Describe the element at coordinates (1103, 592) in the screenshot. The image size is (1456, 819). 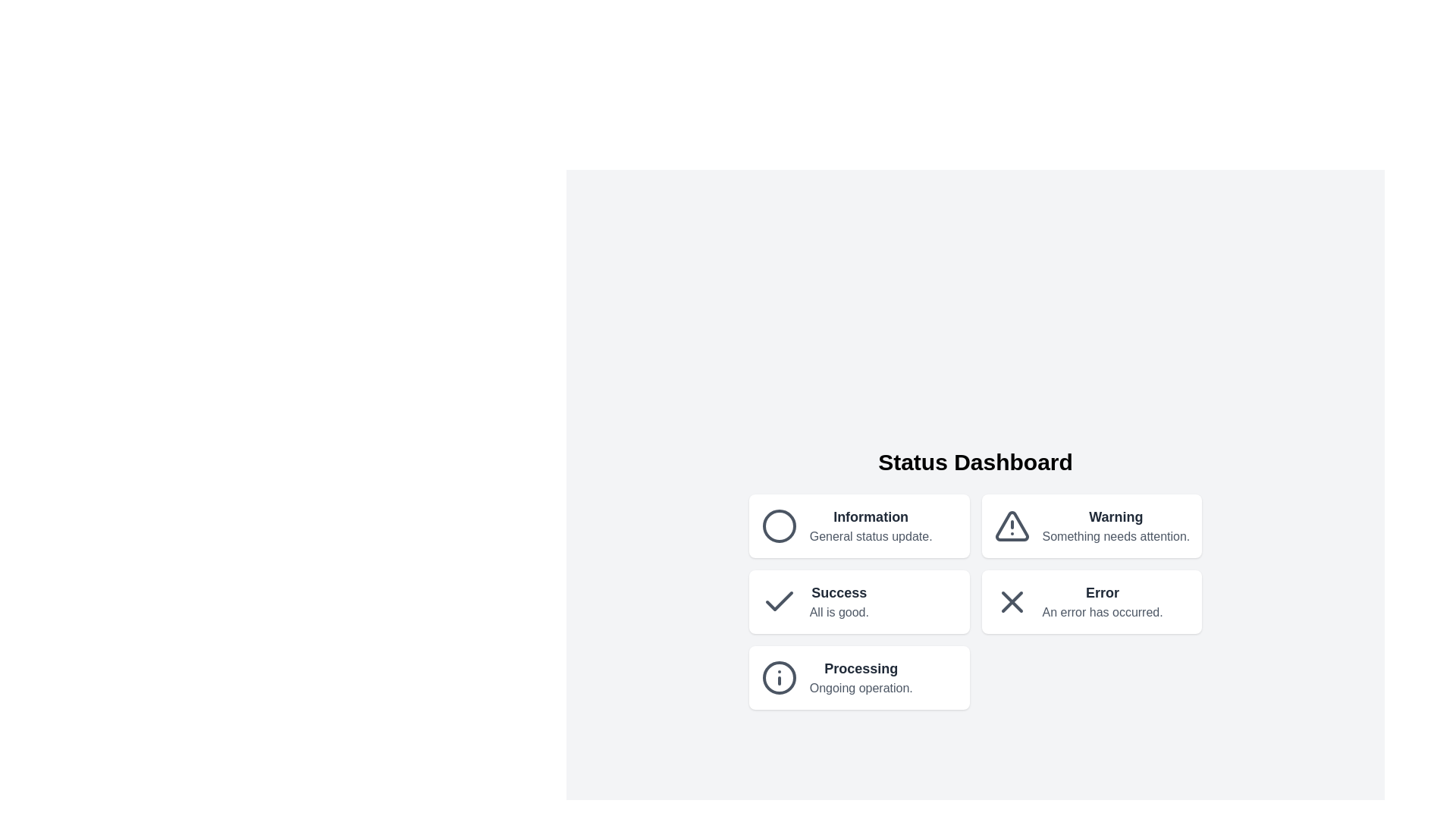
I see `the text label indicating an error condition located in the fourth box of a grid layout in the bottom right section, positioned above the subtitle 'An error has occurred.'` at that location.